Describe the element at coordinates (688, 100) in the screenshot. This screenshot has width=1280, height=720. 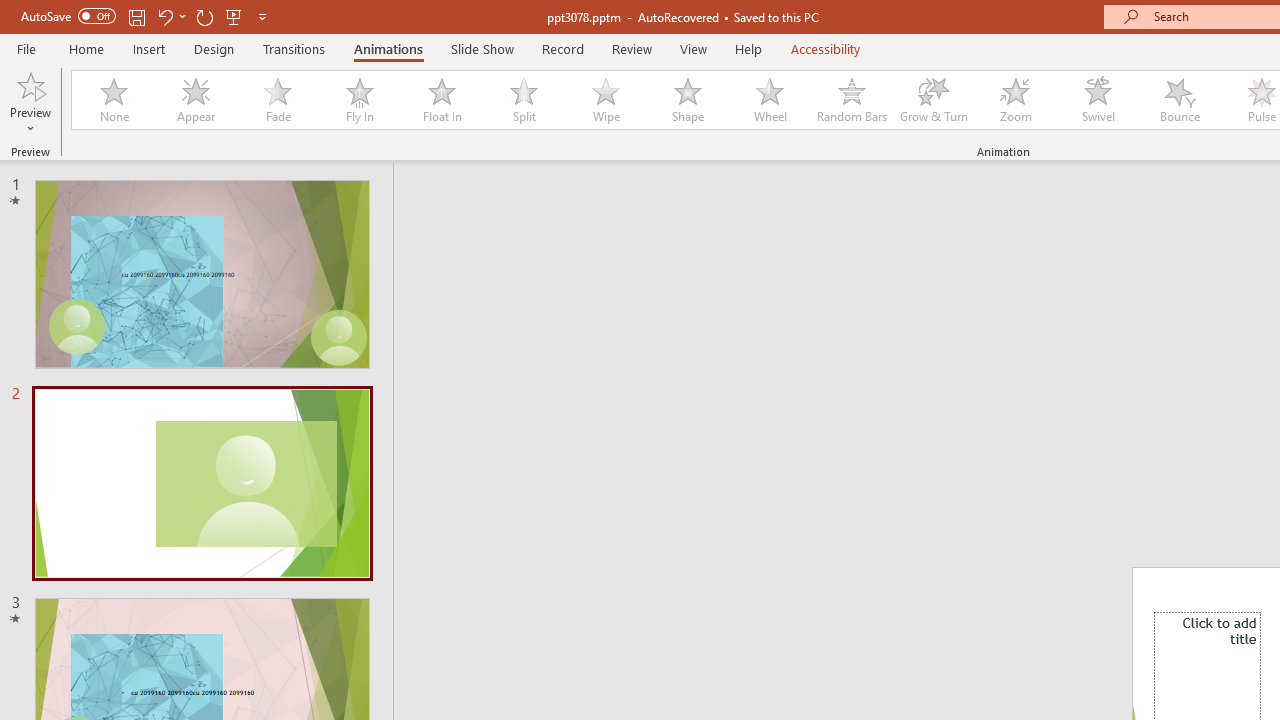
I see `'Shape'` at that location.